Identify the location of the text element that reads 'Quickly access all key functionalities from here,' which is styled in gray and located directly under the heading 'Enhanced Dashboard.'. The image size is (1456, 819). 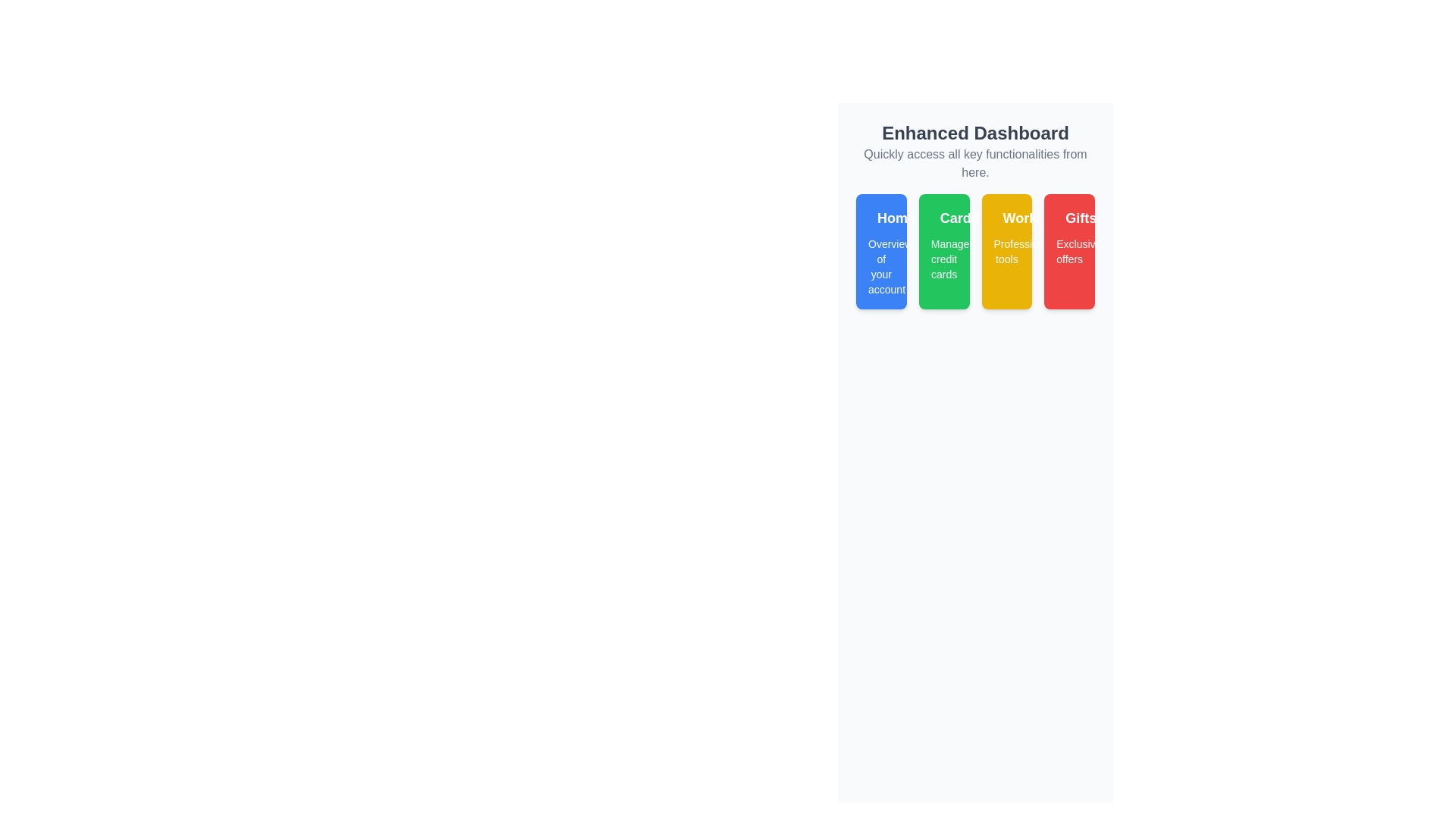
(975, 164).